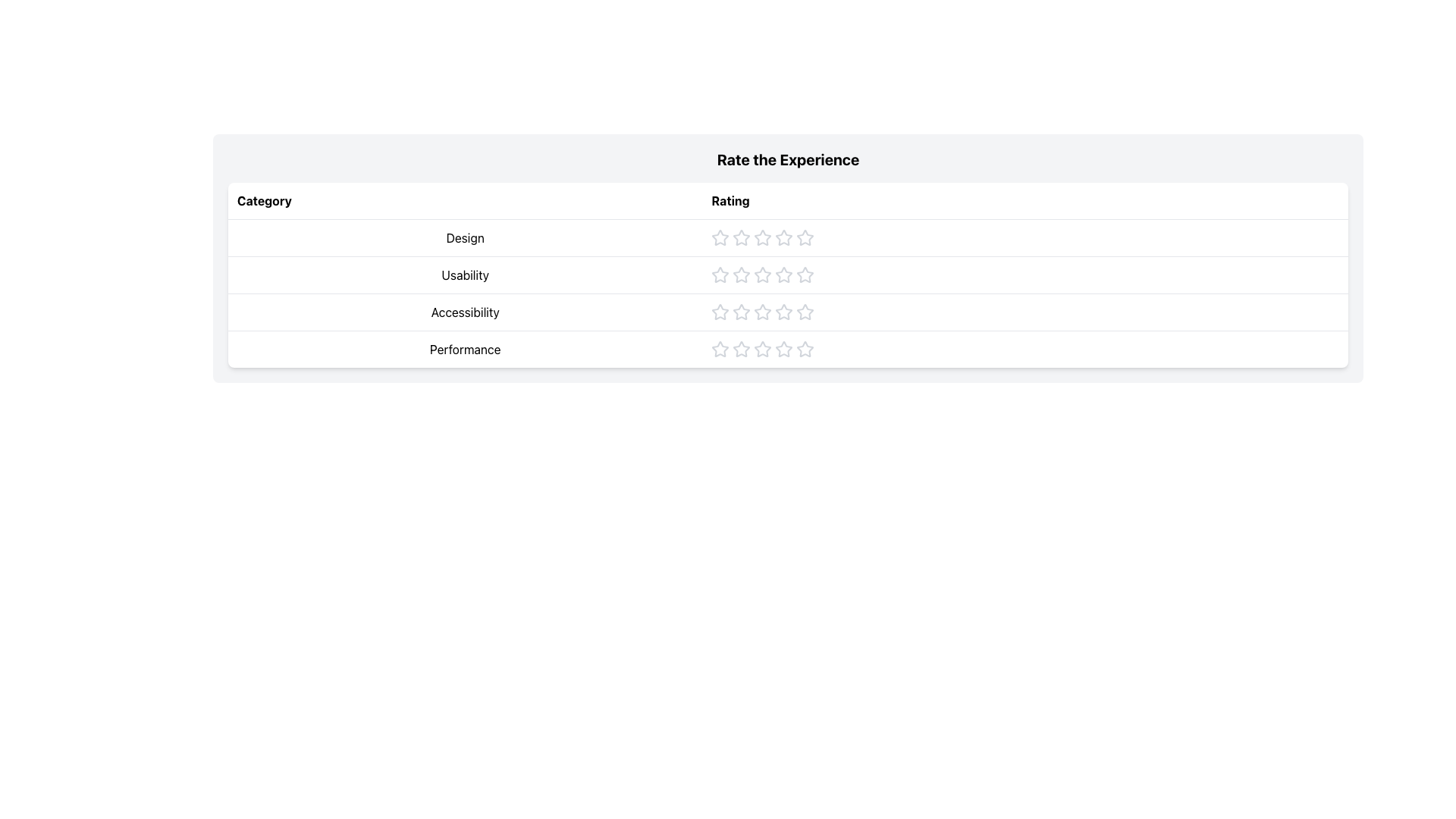 This screenshot has height=819, width=1456. Describe the element at coordinates (720, 349) in the screenshot. I see `the first star in the Performance rating component` at that location.